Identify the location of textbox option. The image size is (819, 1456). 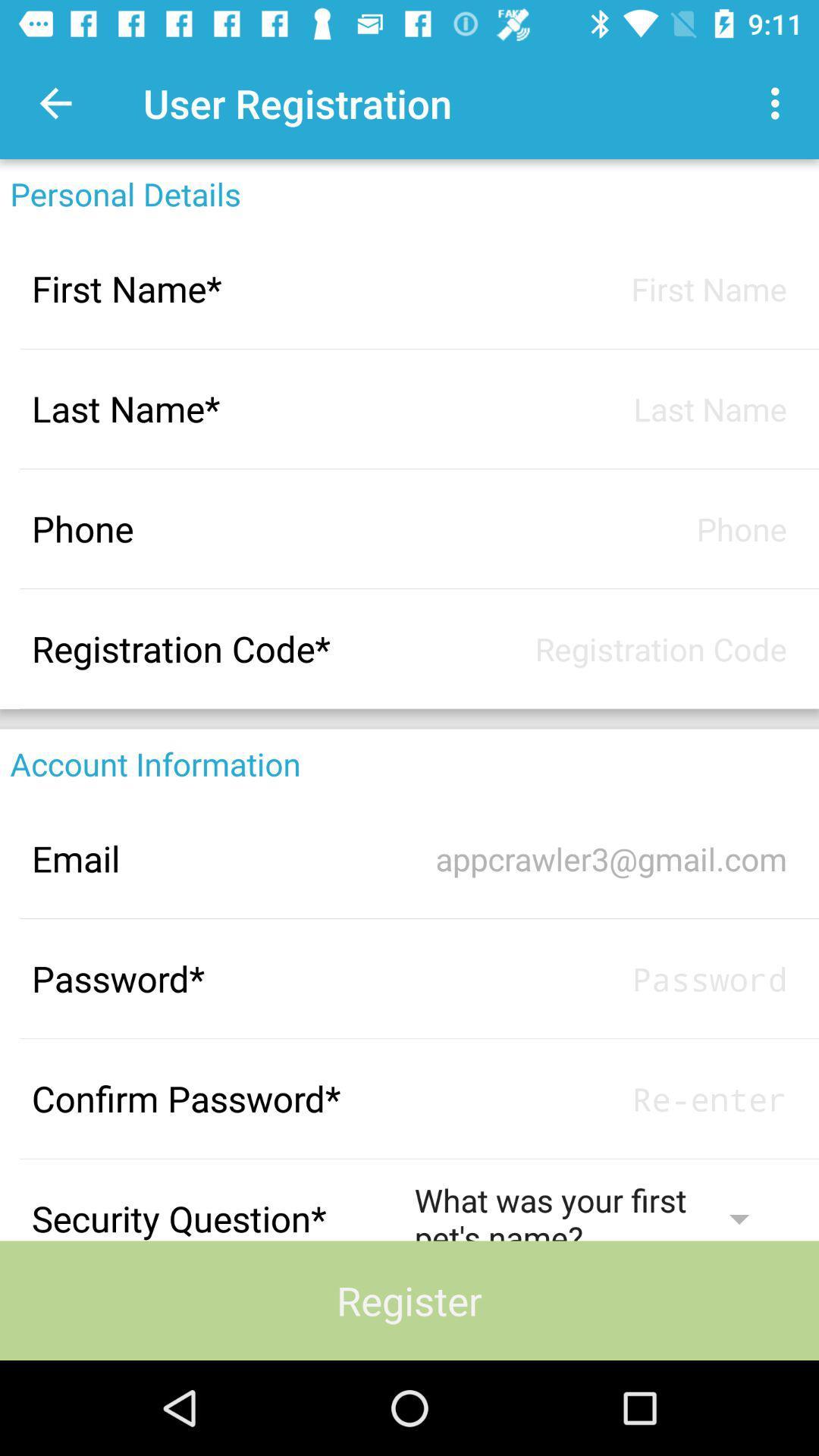
(600, 288).